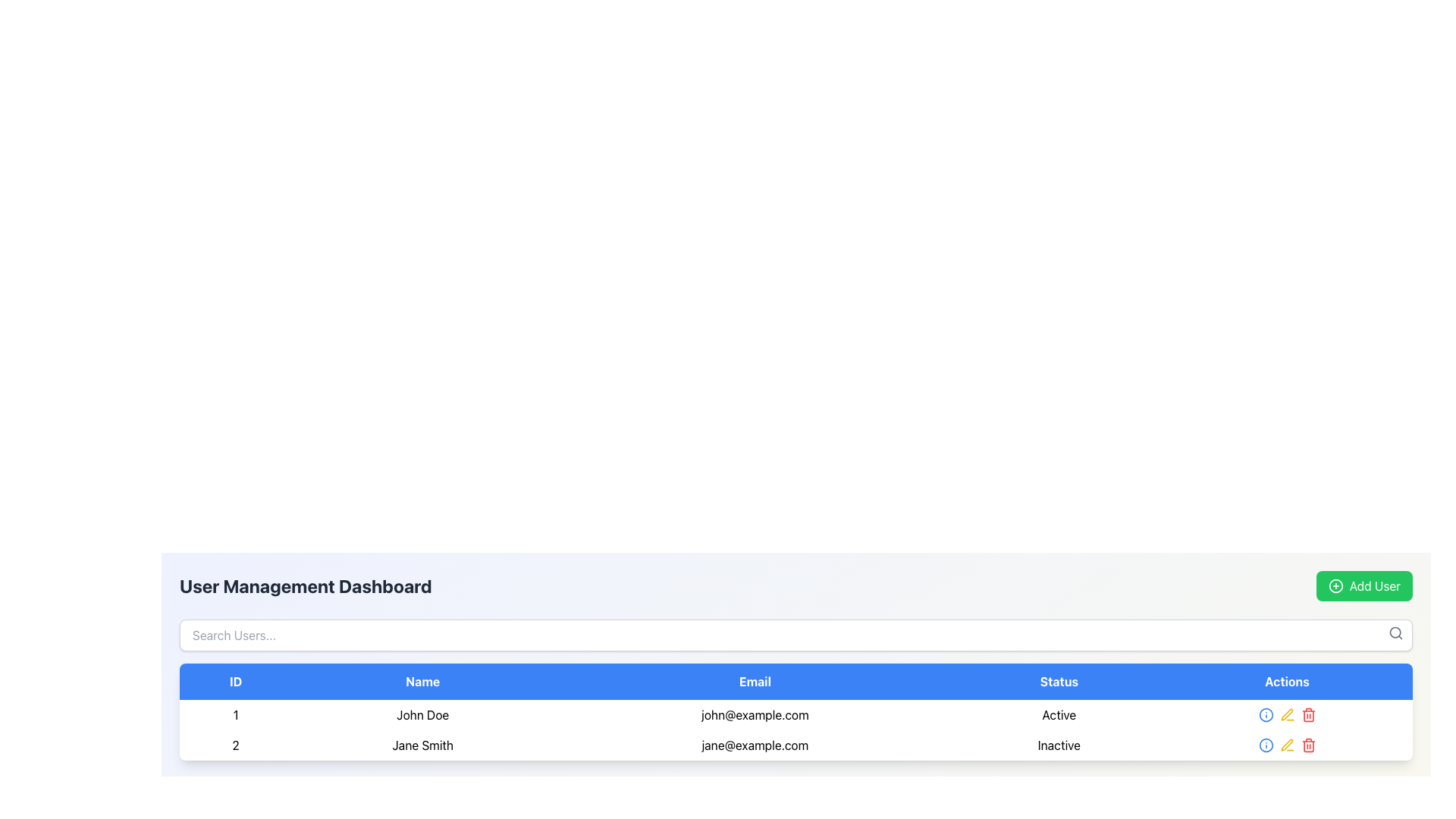  What do you see at coordinates (1286, 714) in the screenshot?
I see `the yellow icon resembling a pen or pencil in the 'Actions' column associated with 'John Doe' to initiate editing` at bounding box center [1286, 714].